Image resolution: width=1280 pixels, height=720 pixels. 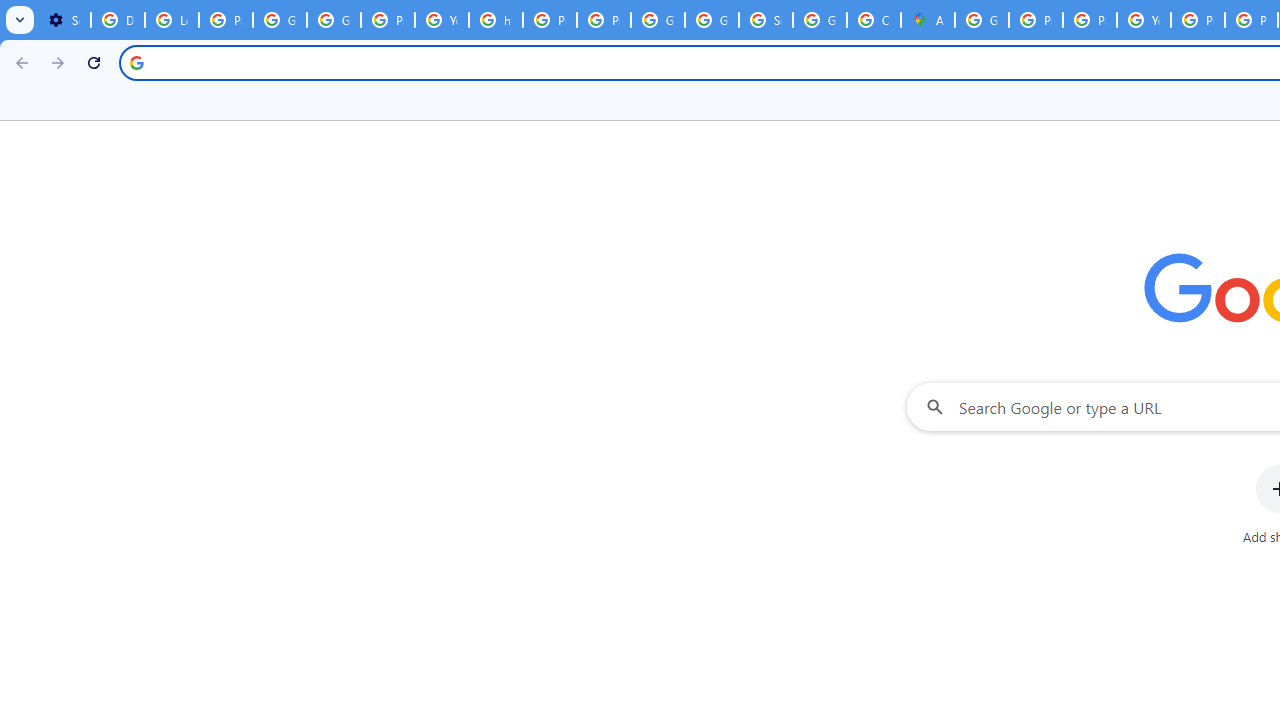 I want to click on 'Google Account Help', so click(x=334, y=20).